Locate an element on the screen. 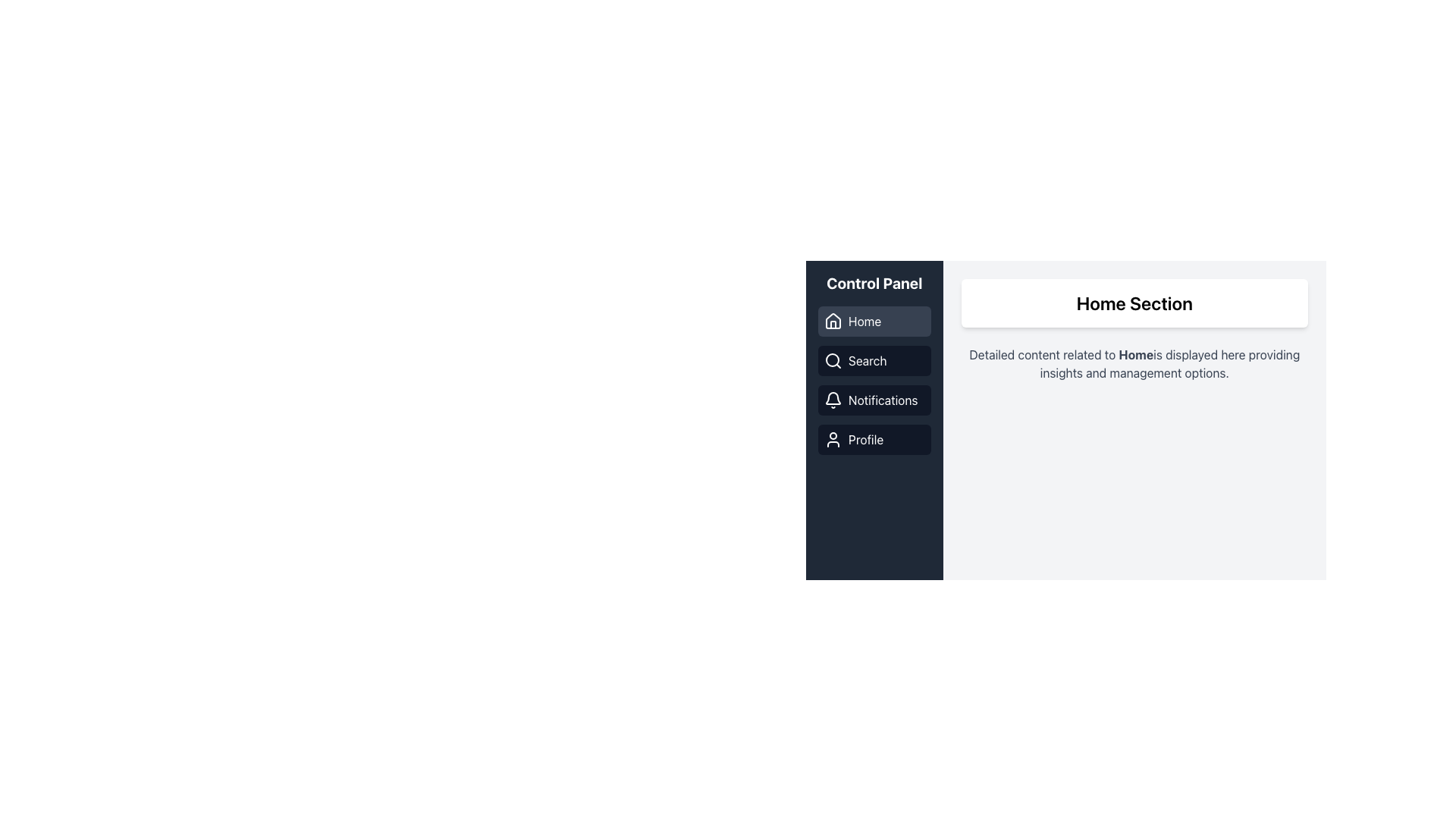 The width and height of the screenshot is (1456, 819). the Notifications button in the Control Panel navigation menu is located at coordinates (874, 400).